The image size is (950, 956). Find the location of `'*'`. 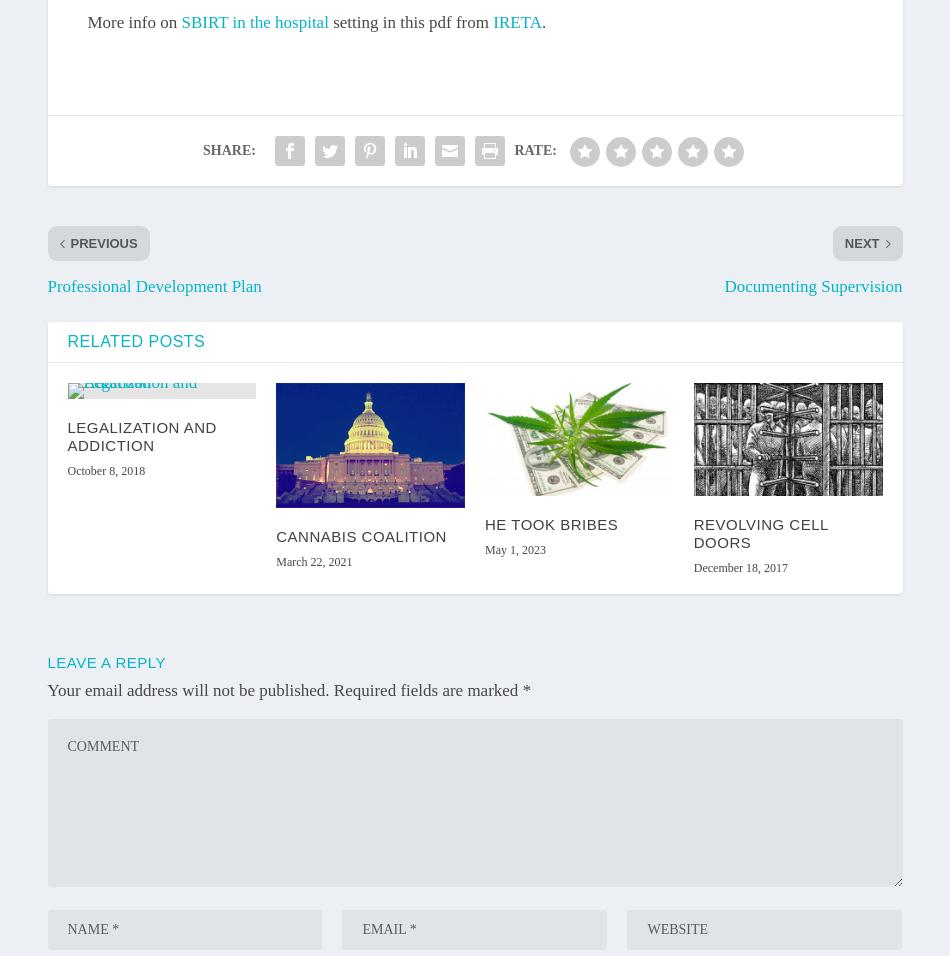

'*' is located at coordinates (526, 689).